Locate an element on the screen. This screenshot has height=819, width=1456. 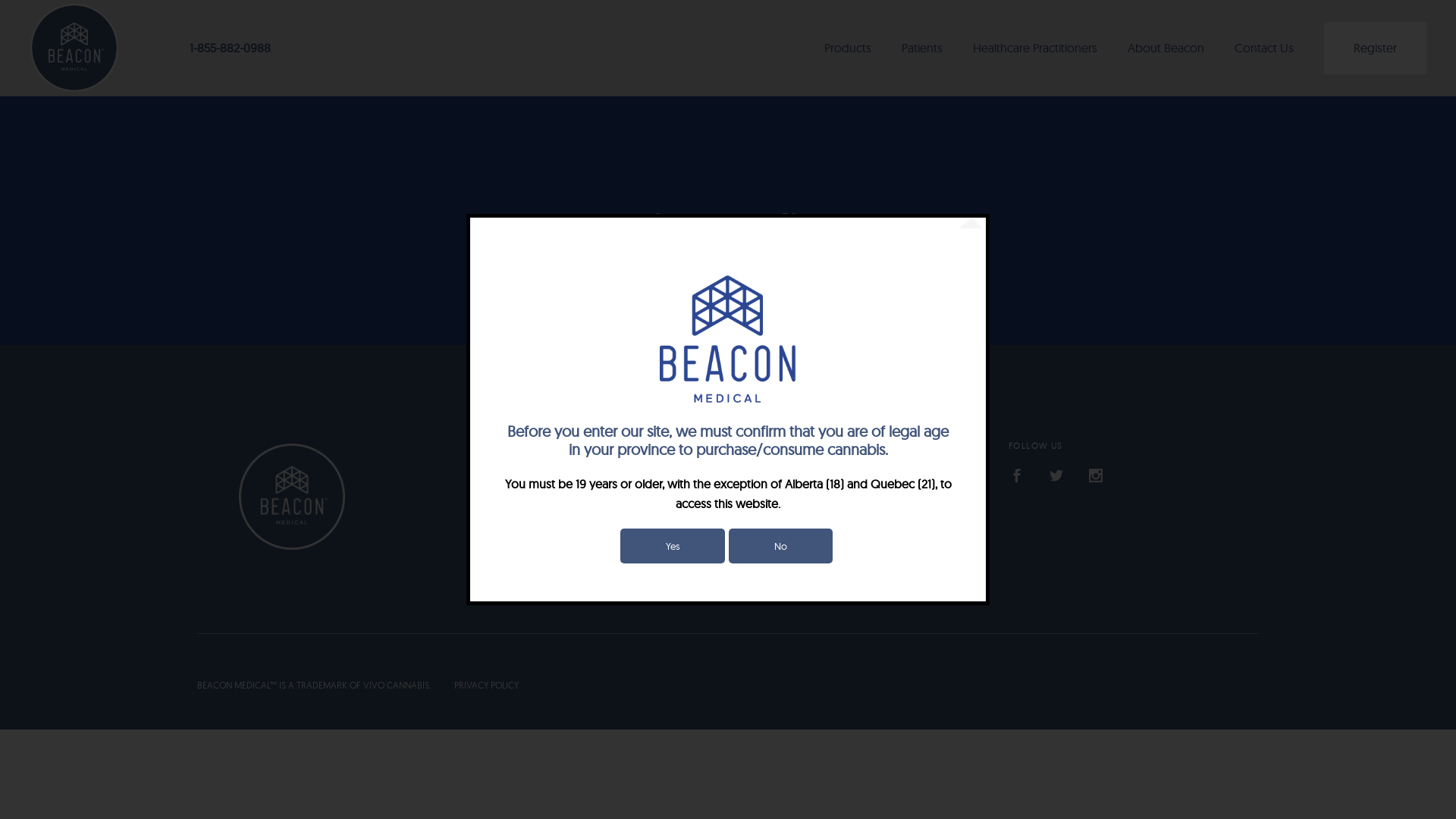
'Healthcare Practitioners' is located at coordinates (1034, 47).